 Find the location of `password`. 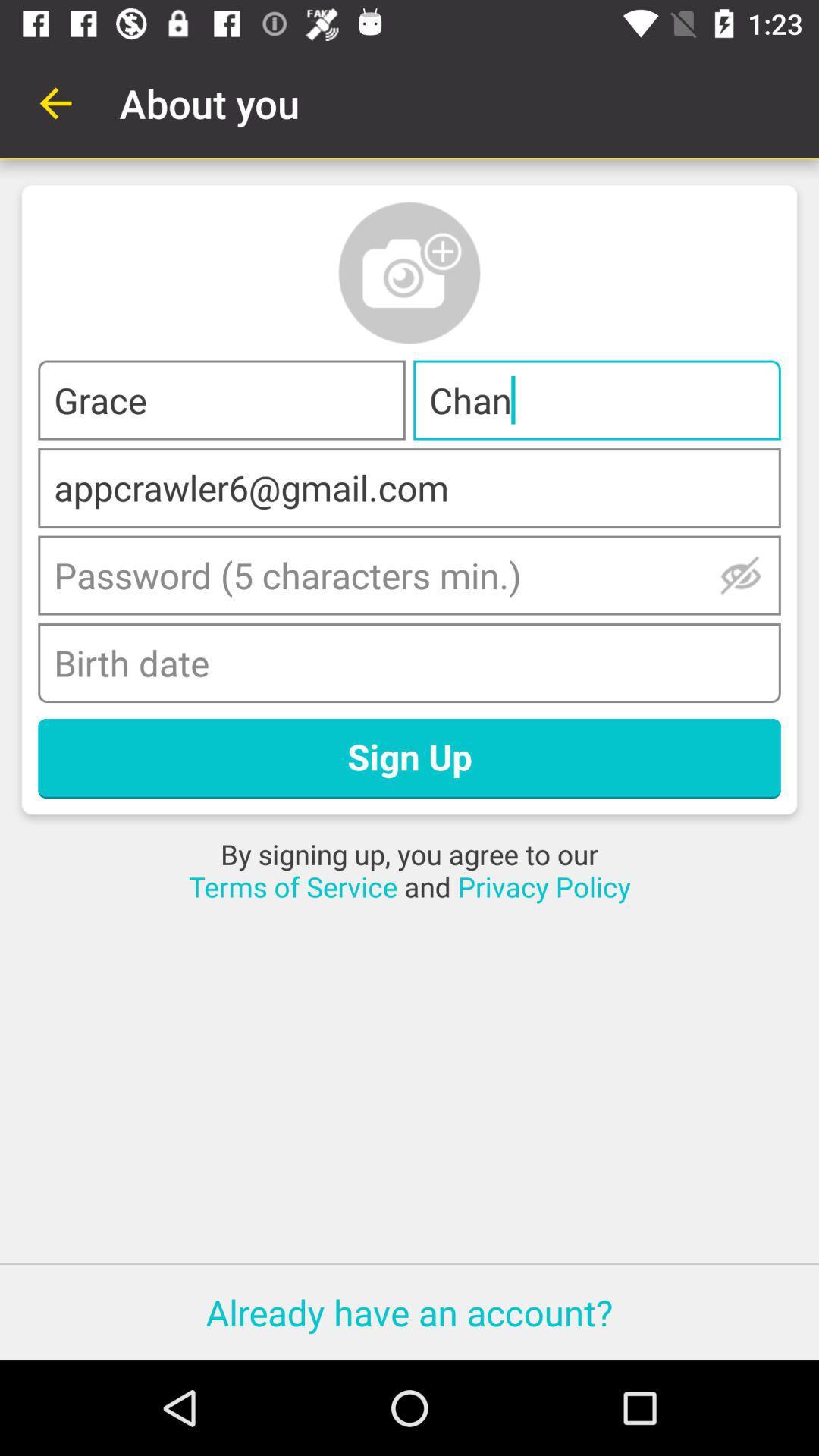

password is located at coordinates (409, 574).